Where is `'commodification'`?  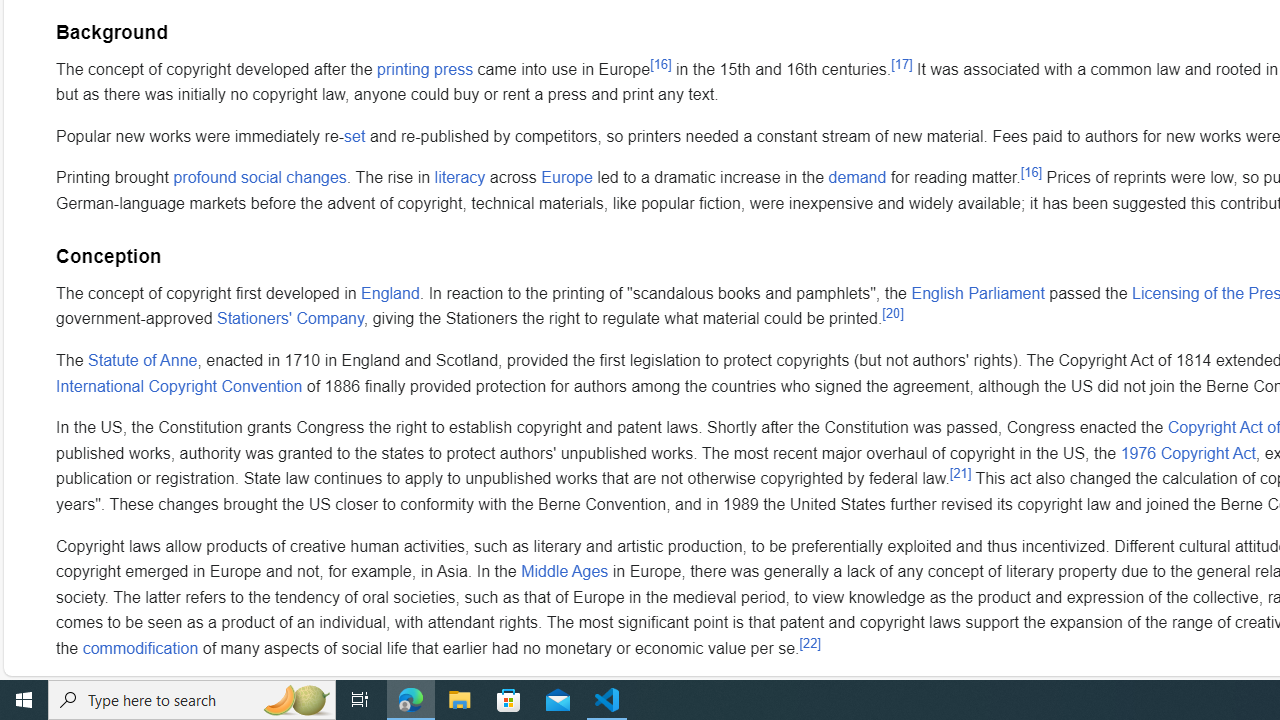
'commodification' is located at coordinates (139, 648).